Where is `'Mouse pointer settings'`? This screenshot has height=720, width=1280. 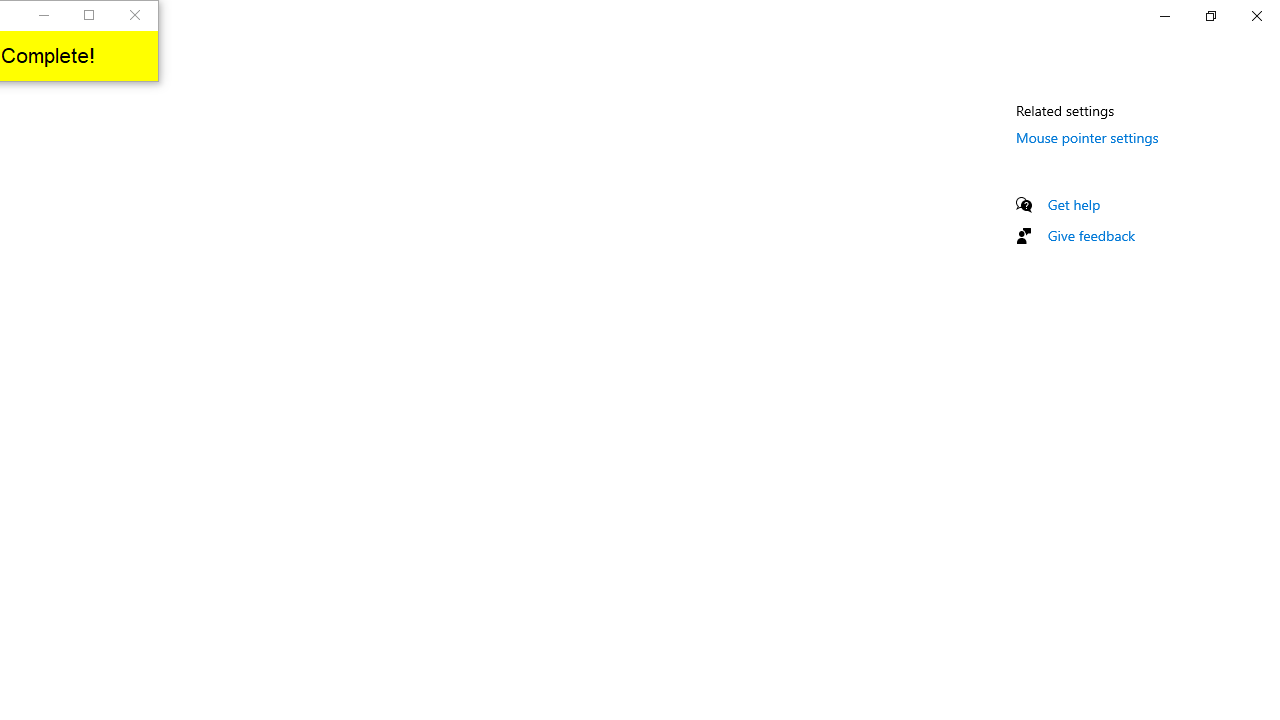
'Mouse pointer settings' is located at coordinates (1086, 136).